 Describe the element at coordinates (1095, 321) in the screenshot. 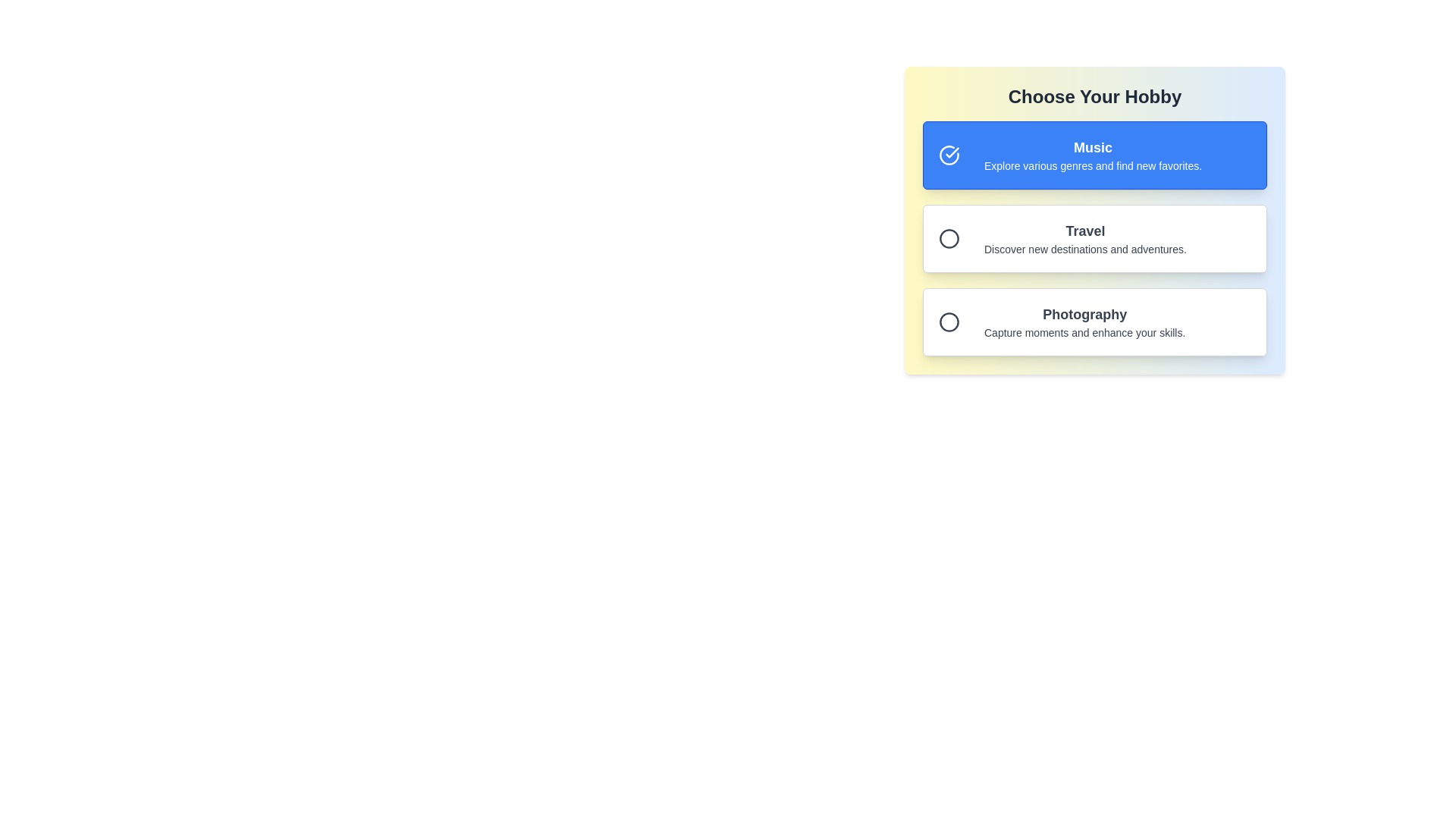

I see `the 'Photography' selectable card option in the selection interface to choose this hobby` at that location.